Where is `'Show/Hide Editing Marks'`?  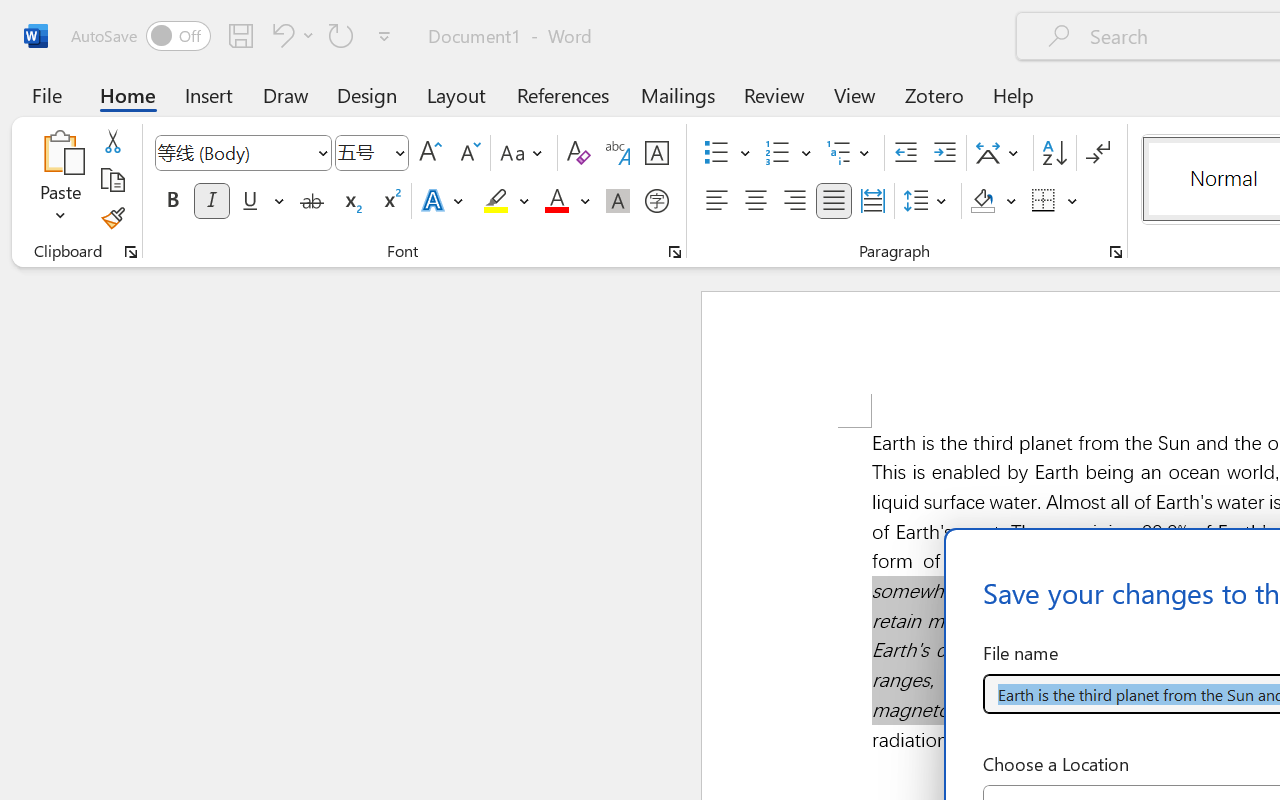
'Show/Hide Editing Marks' is located at coordinates (1097, 153).